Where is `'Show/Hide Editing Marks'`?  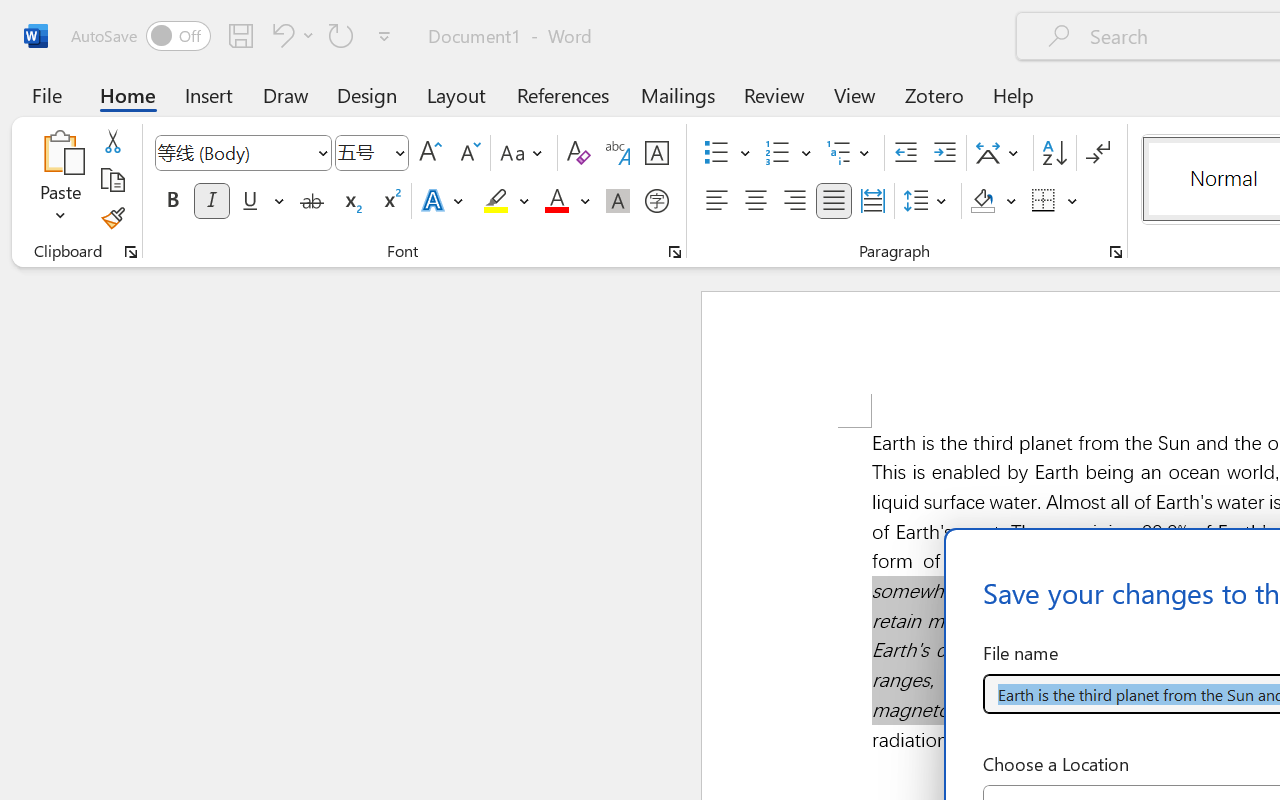
'Show/Hide Editing Marks' is located at coordinates (1097, 153).